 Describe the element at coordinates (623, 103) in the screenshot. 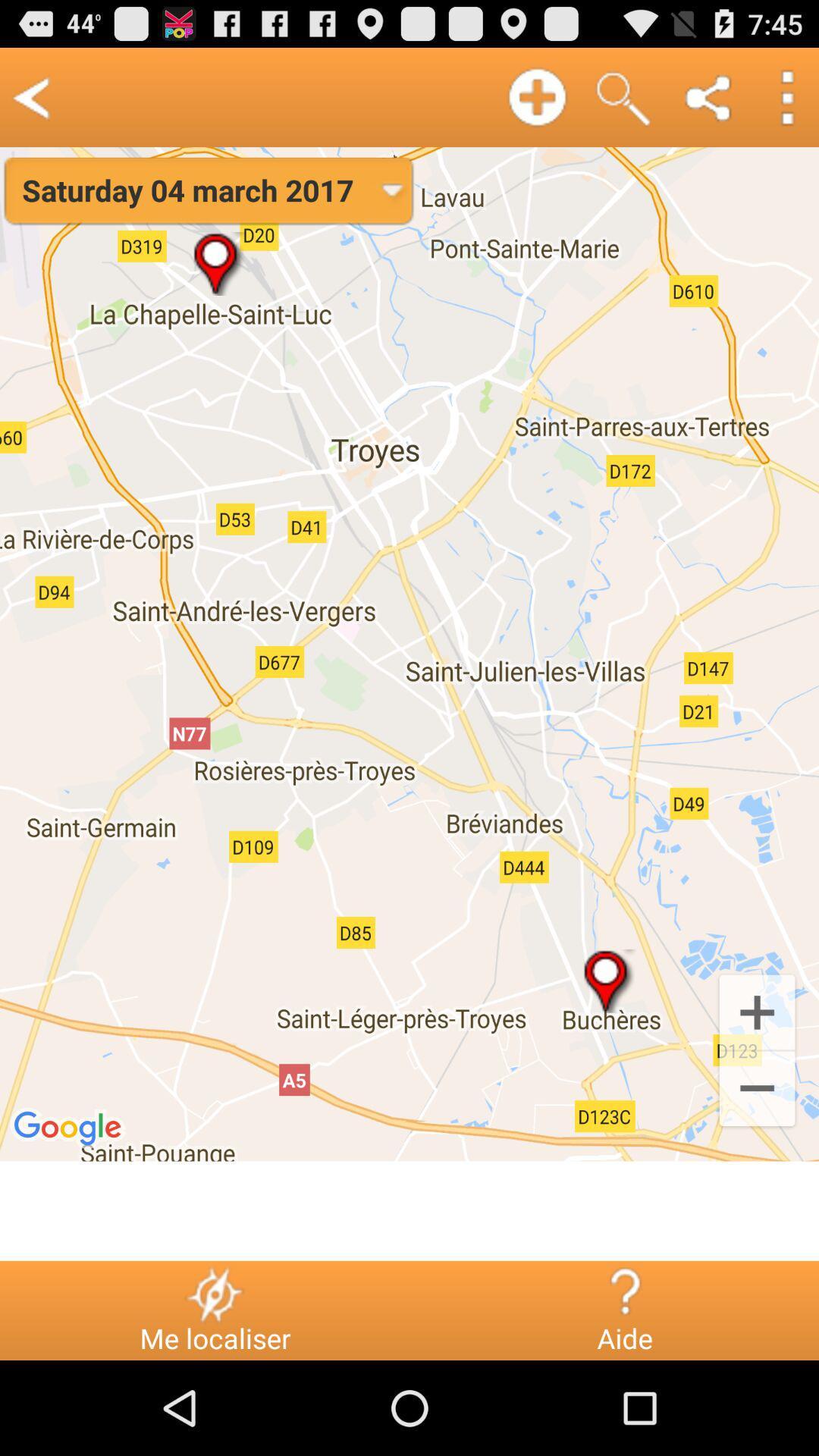

I see `the search icon` at that location.